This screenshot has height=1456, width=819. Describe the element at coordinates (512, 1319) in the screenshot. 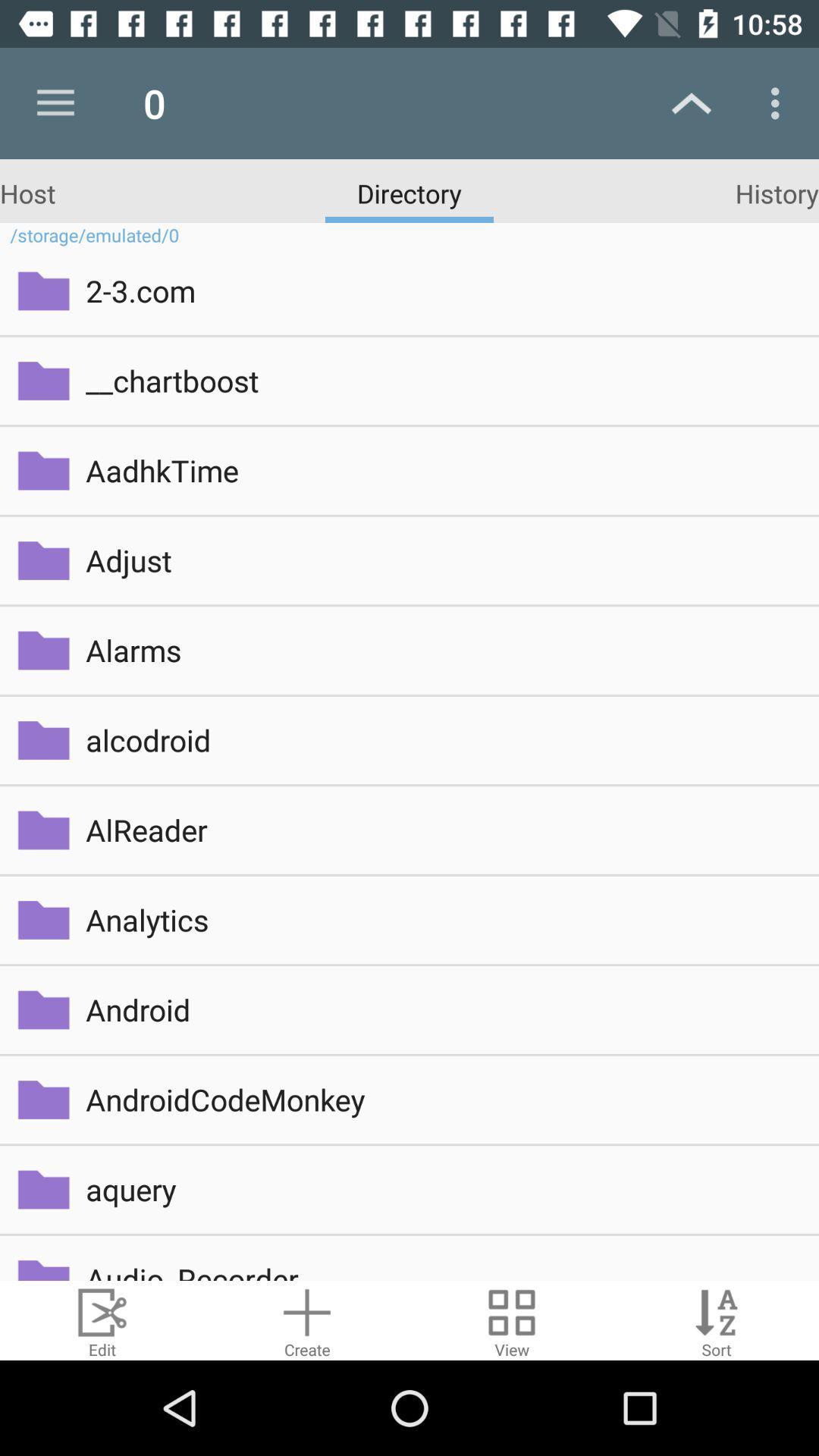

I see `view` at that location.